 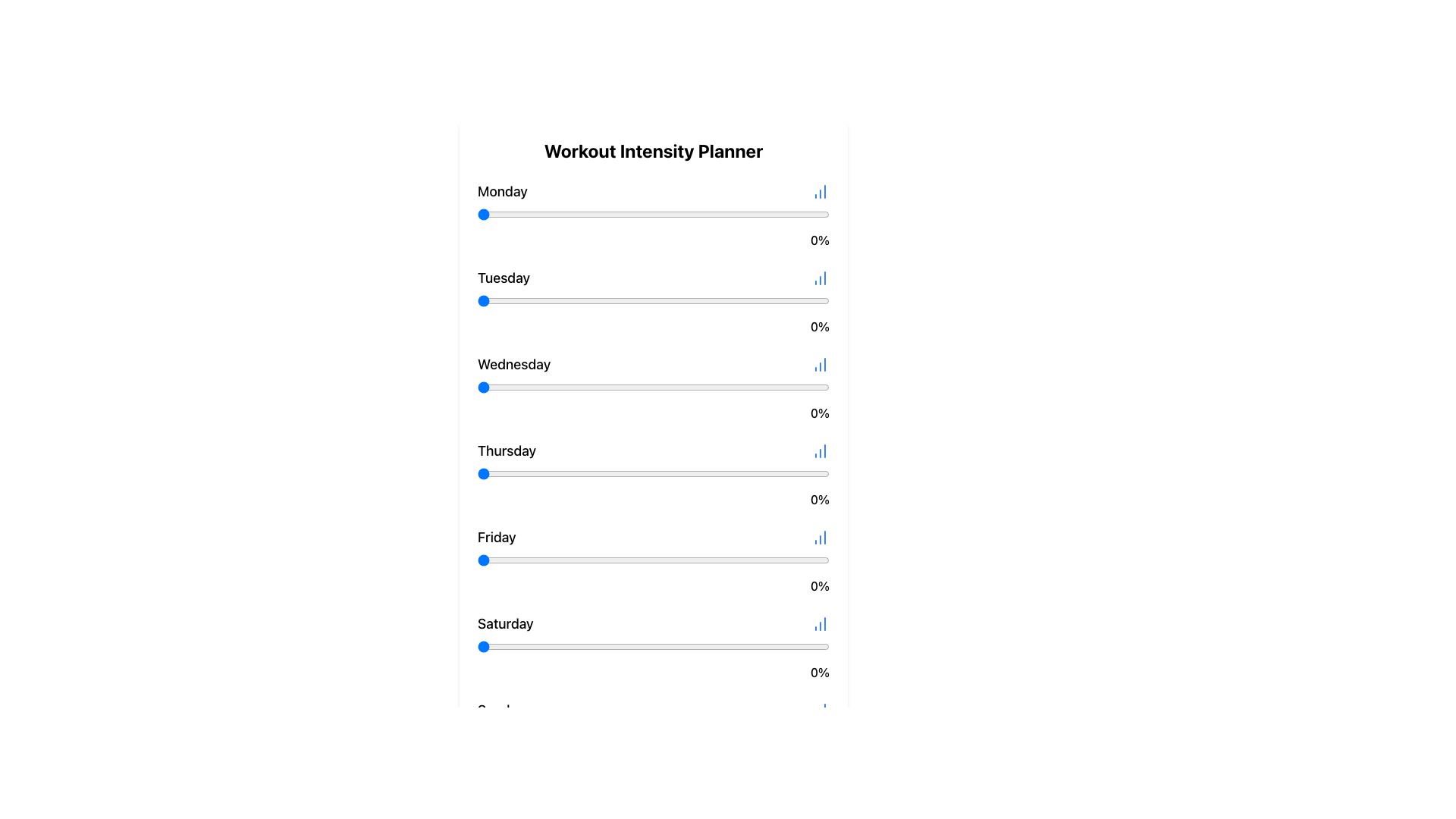 What do you see at coordinates (516, 214) in the screenshot?
I see `Monday's intensity` at bounding box center [516, 214].